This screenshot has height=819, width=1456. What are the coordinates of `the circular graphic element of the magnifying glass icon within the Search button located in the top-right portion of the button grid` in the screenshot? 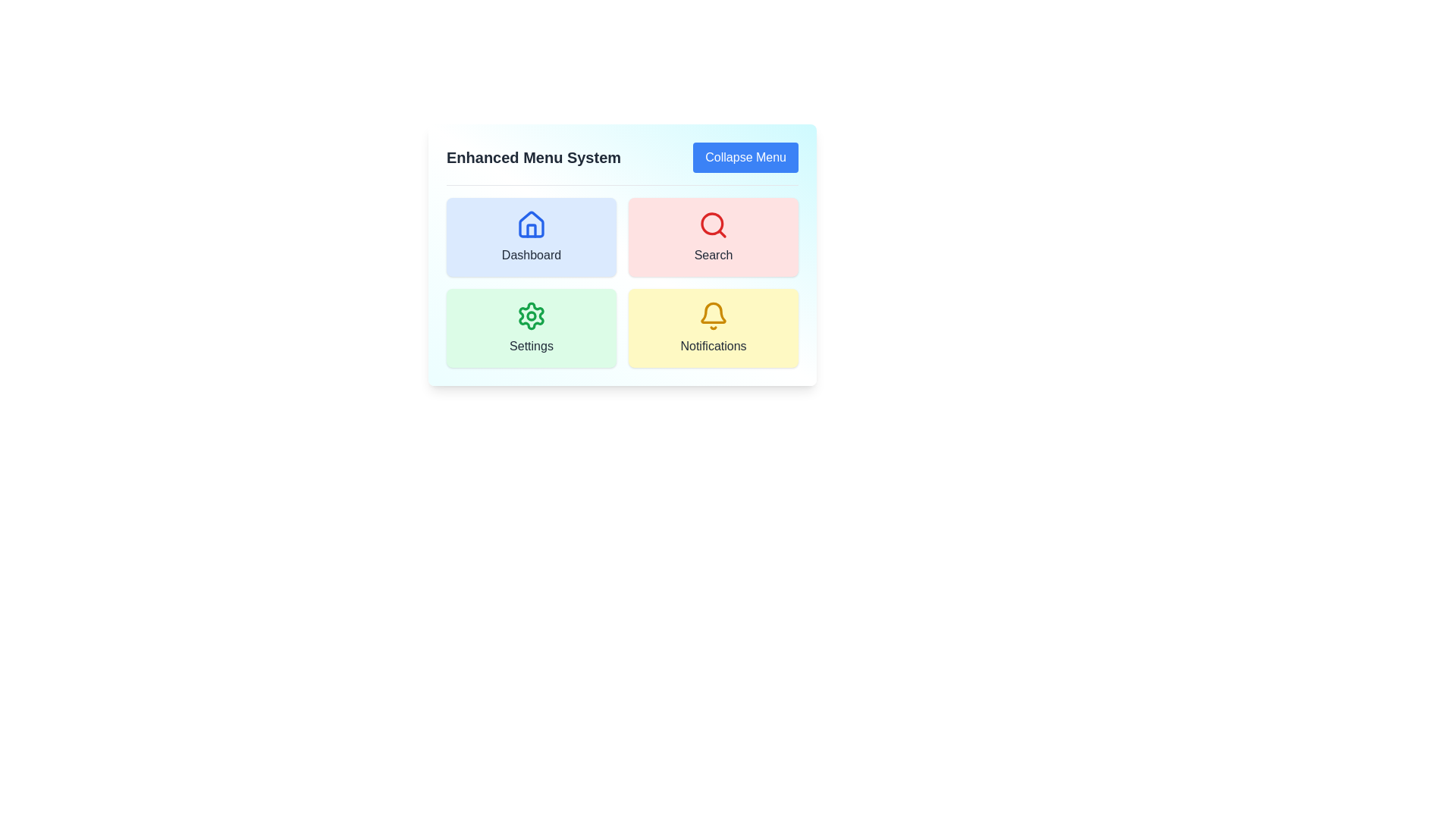 It's located at (711, 224).